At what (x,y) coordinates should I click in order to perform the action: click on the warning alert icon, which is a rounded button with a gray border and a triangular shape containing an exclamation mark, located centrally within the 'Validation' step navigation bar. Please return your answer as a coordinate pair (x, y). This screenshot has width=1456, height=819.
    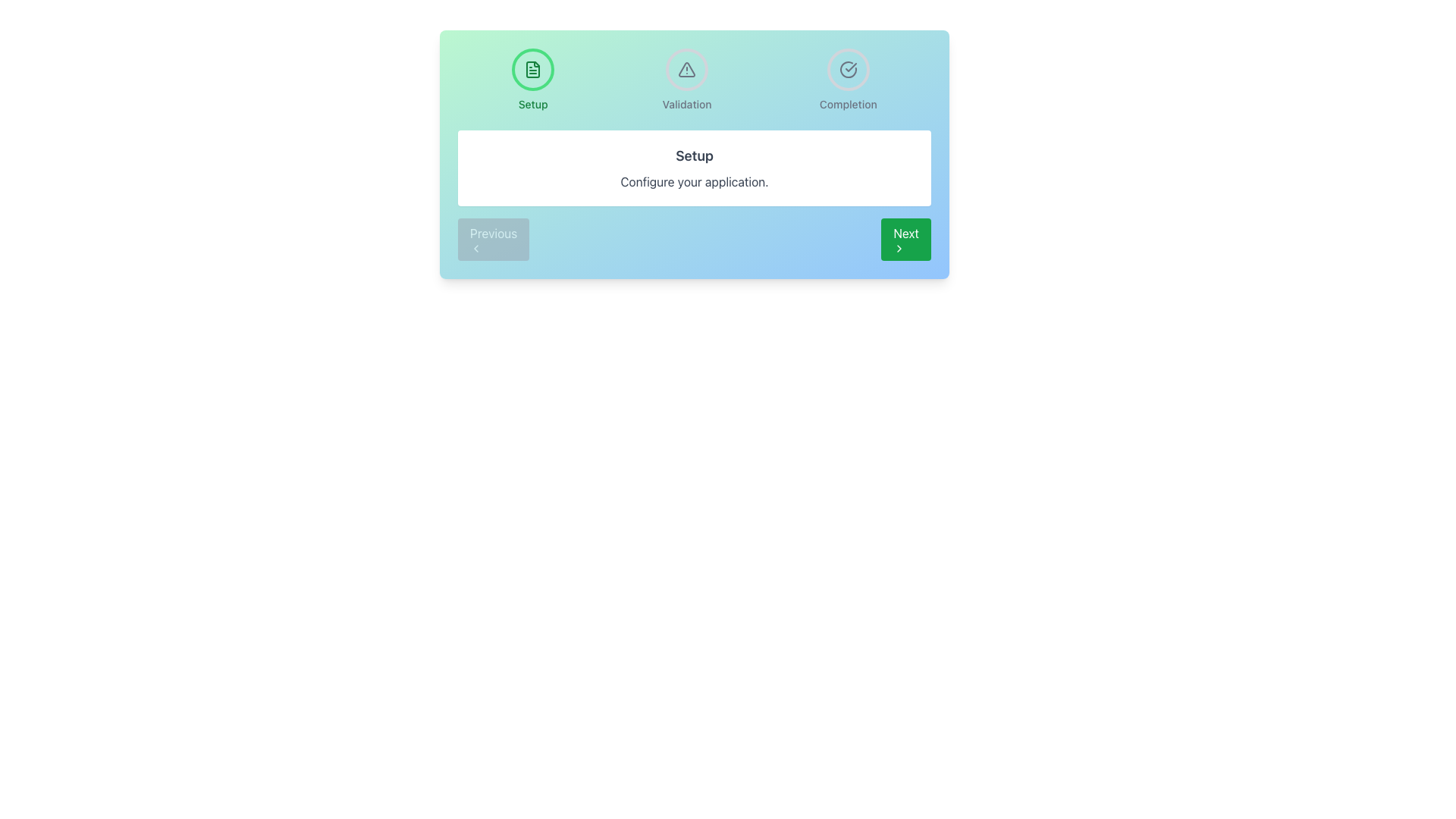
    Looking at the image, I should click on (686, 70).